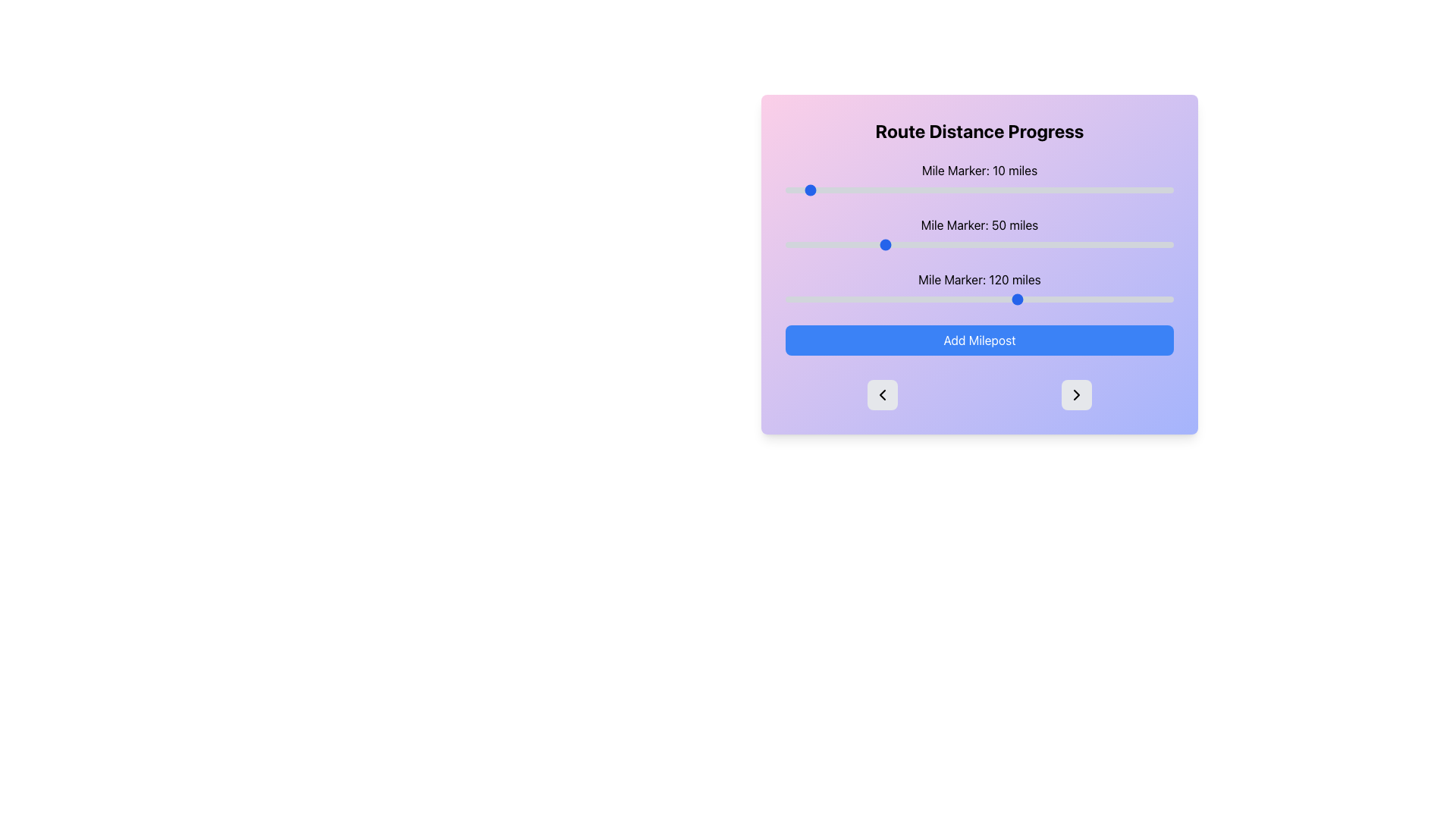  I want to click on the slider, so click(949, 189).